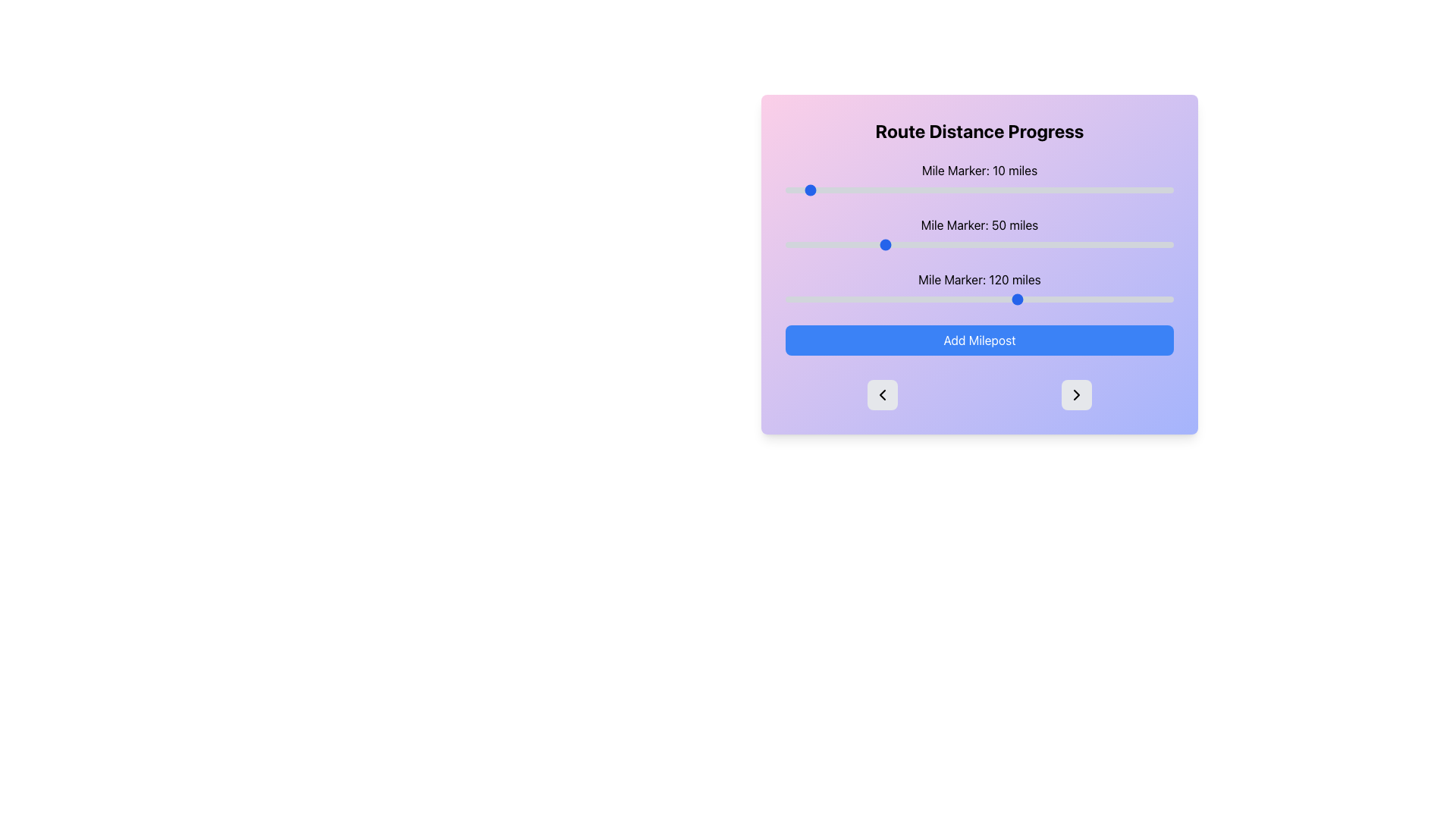  I want to click on the slider, so click(949, 189).